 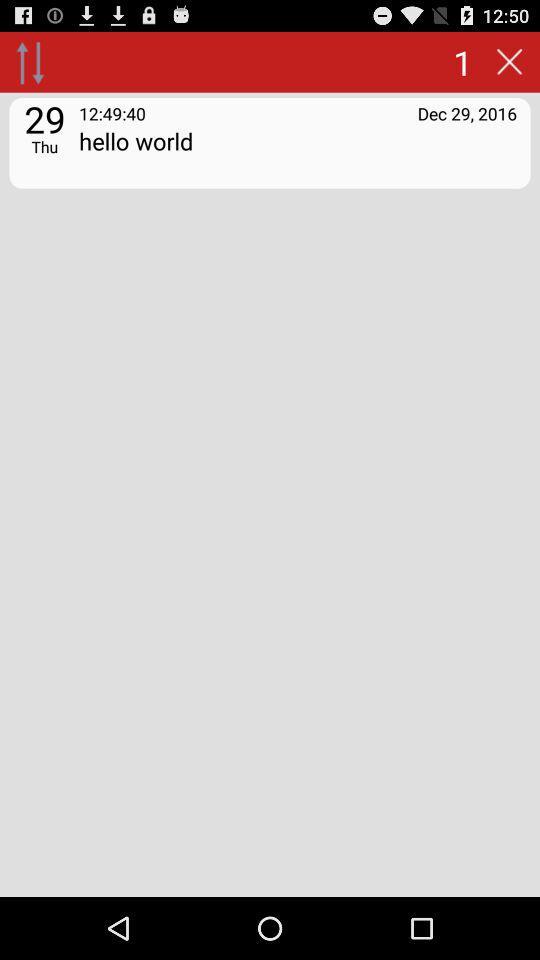 I want to click on icon below 12:49:40 app, so click(x=297, y=153).